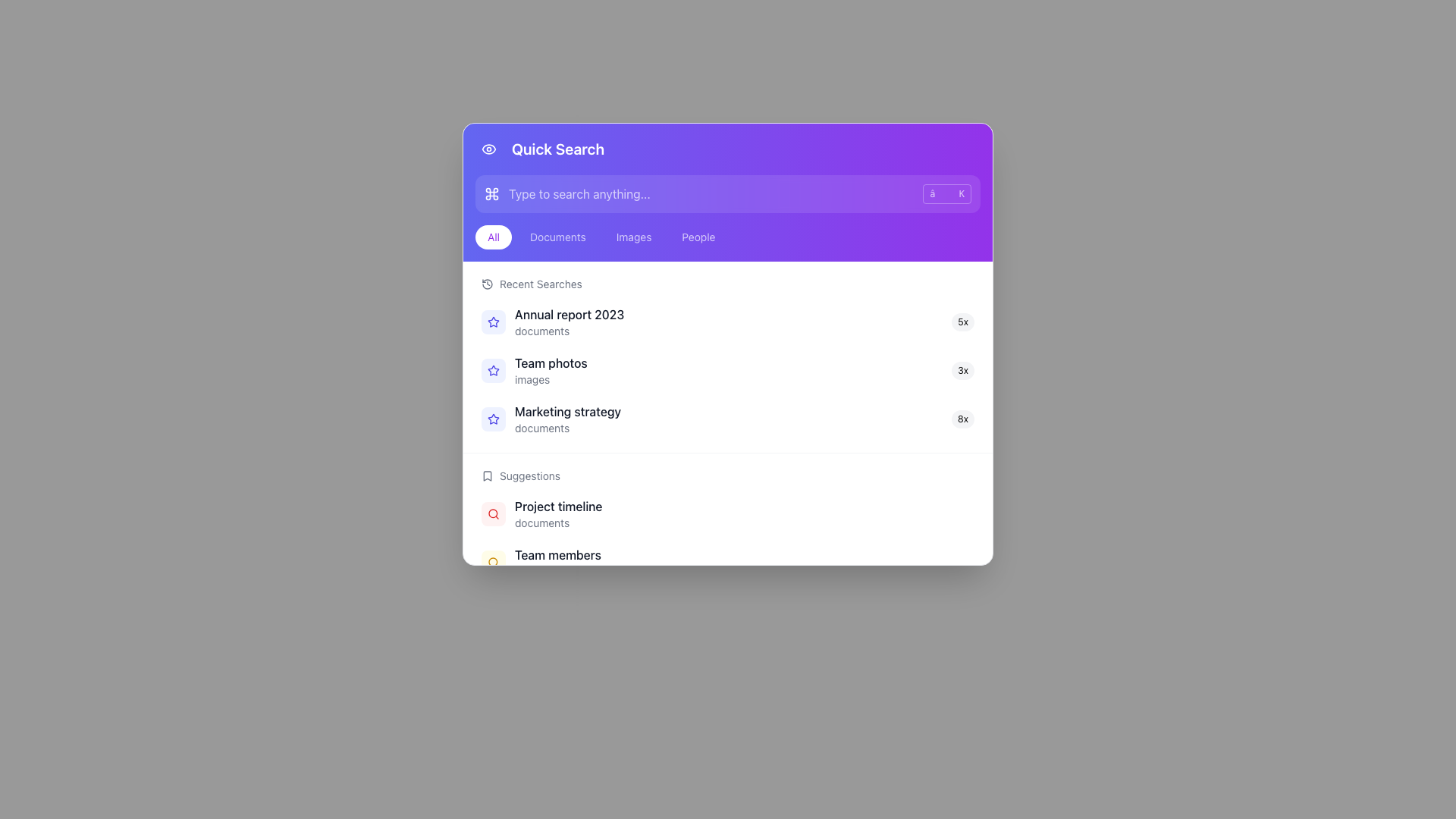 The height and width of the screenshot is (819, 1456). I want to click on the visual marker icon located in the second item of the 'Recent Searches' list next, so click(492, 321).